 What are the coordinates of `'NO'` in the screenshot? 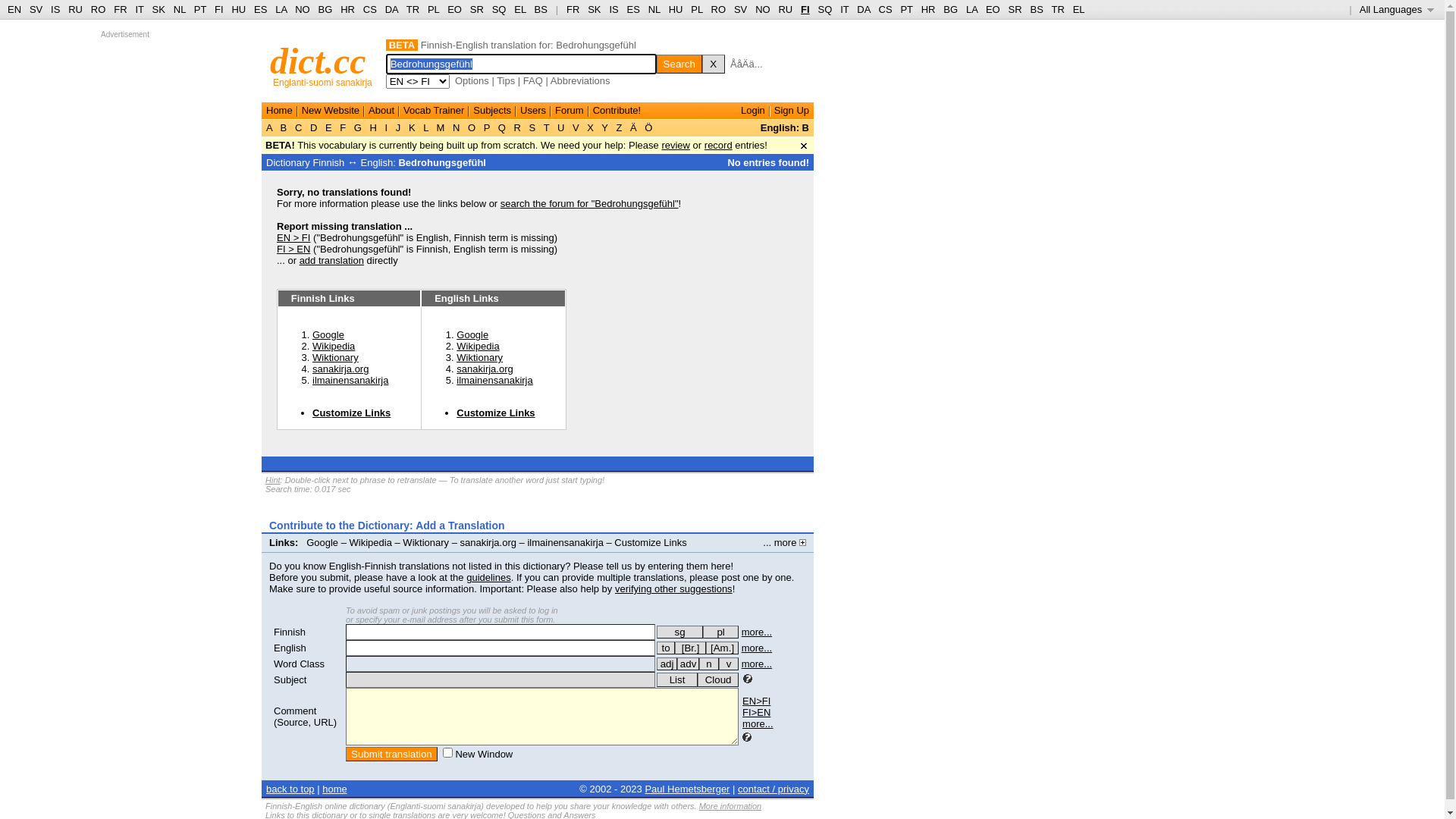 It's located at (302, 9).